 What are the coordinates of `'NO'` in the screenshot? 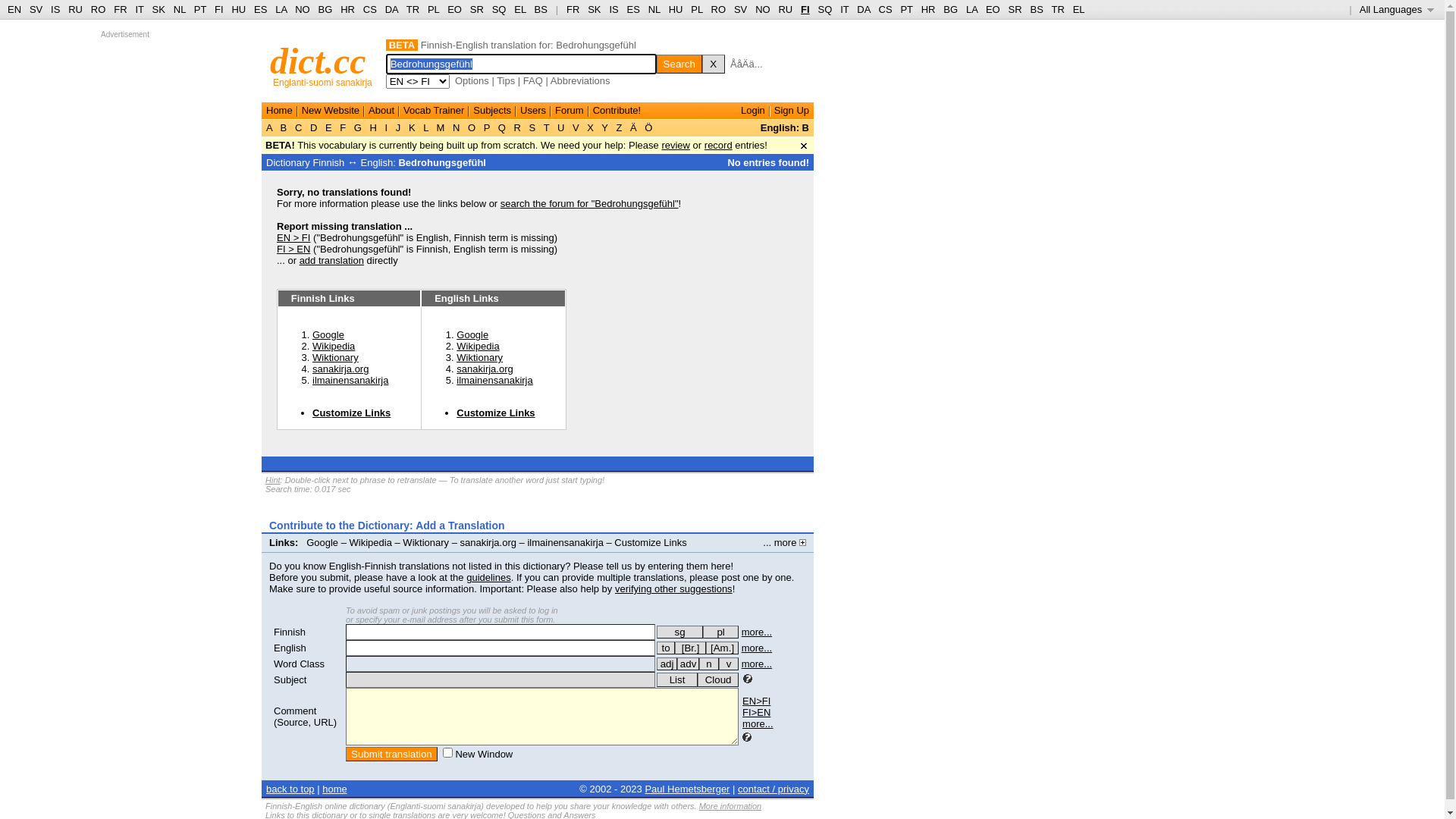 It's located at (302, 9).